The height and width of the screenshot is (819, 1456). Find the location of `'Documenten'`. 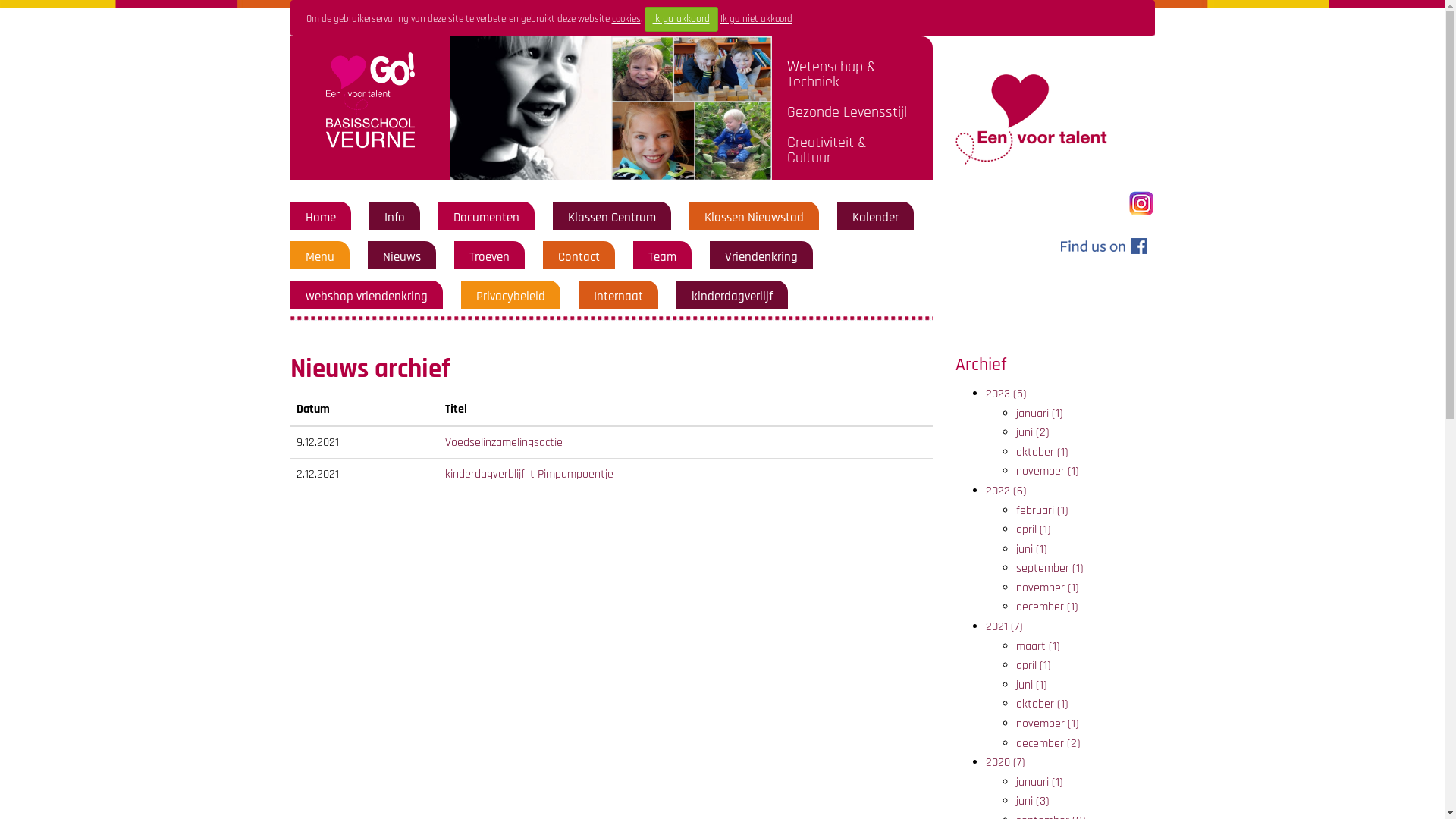

'Documenten' is located at coordinates (486, 217).